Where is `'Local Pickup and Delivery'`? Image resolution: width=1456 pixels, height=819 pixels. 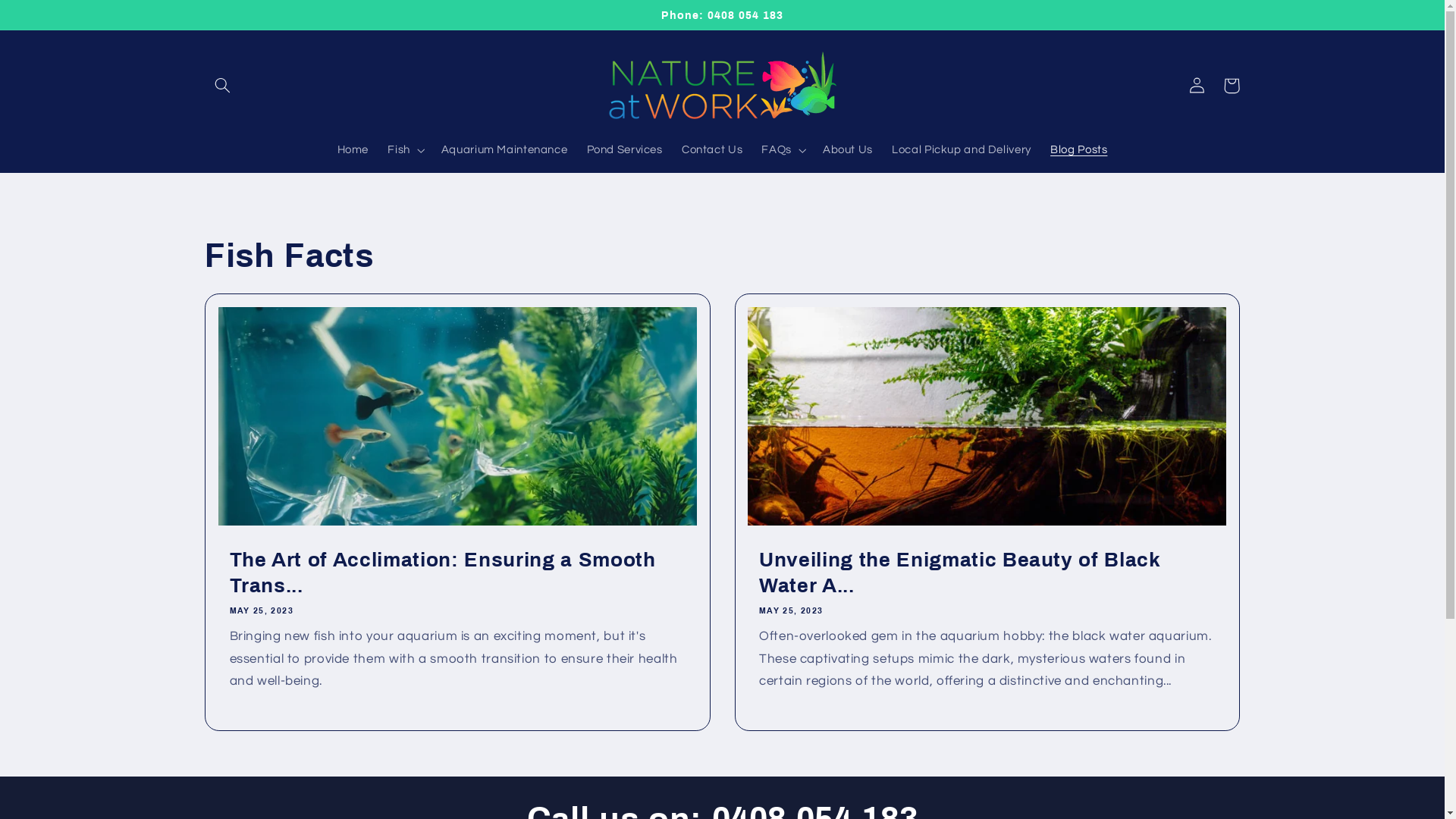 'Local Pickup and Delivery' is located at coordinates (882, 149).